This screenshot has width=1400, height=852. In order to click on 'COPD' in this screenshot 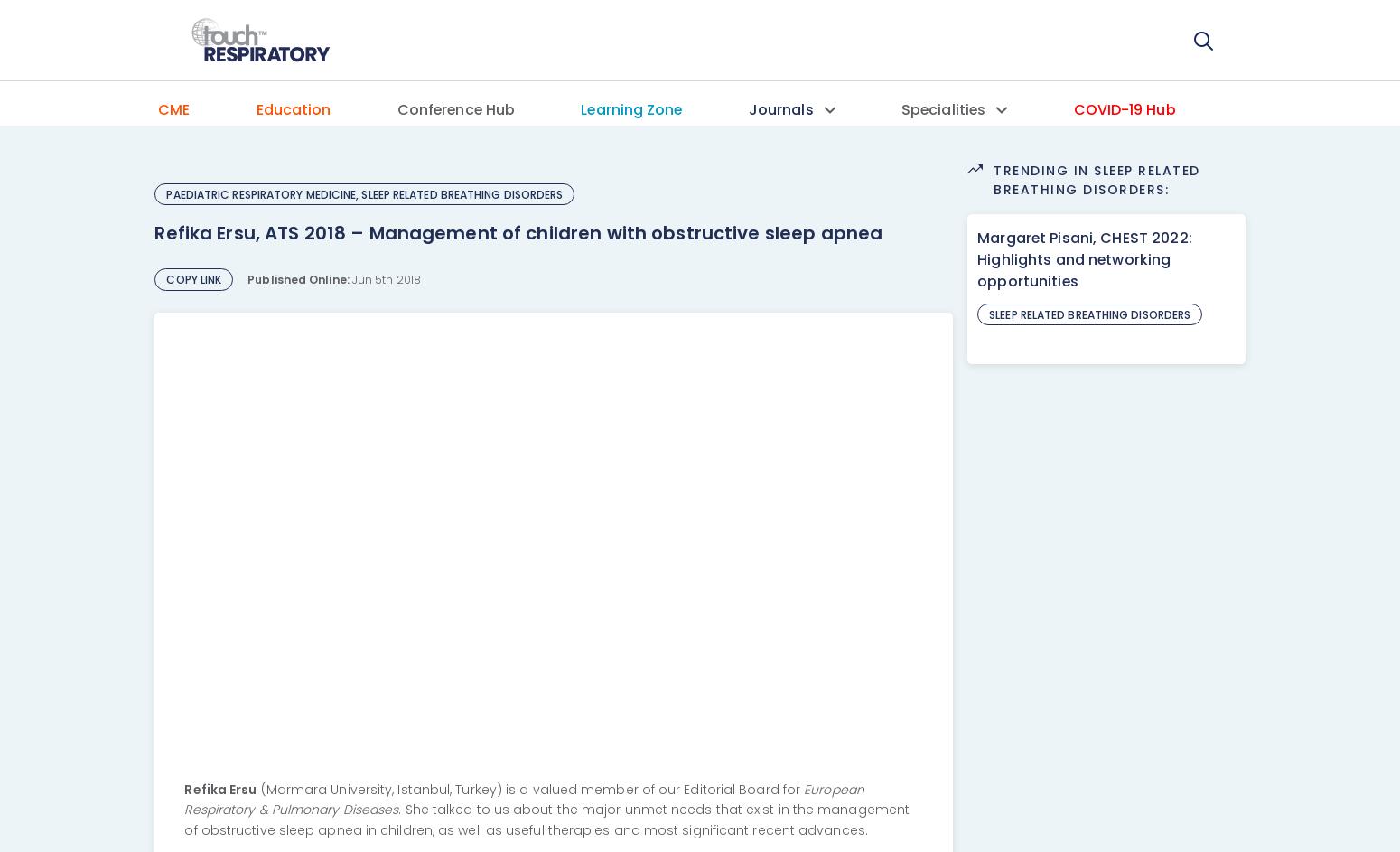, I will do `click(911, 175)`.